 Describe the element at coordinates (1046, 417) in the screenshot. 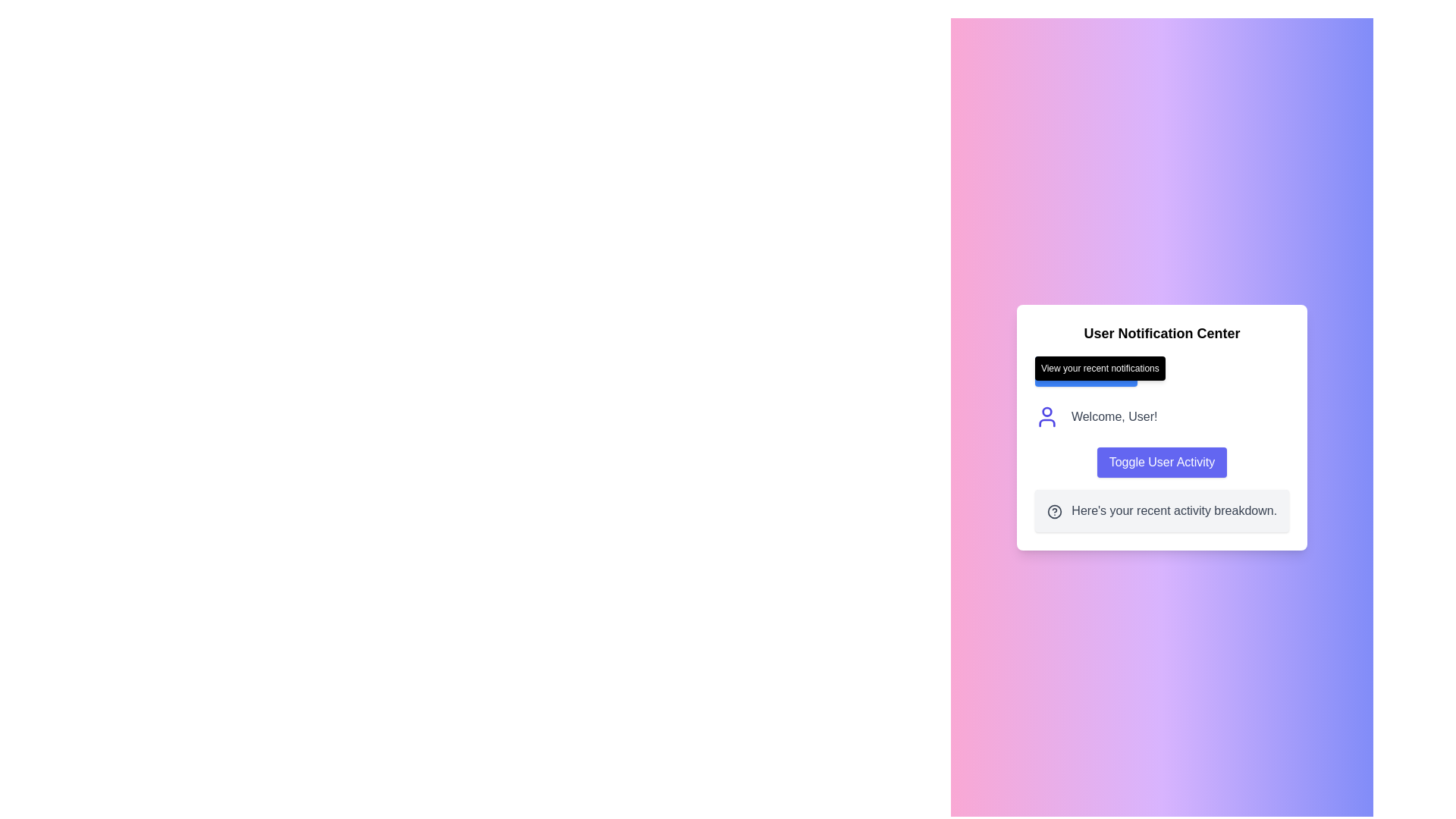

I see `the user profile icon located to the left of the text 'Welcome, User!' at the top-left of the user-related interface` at that location.